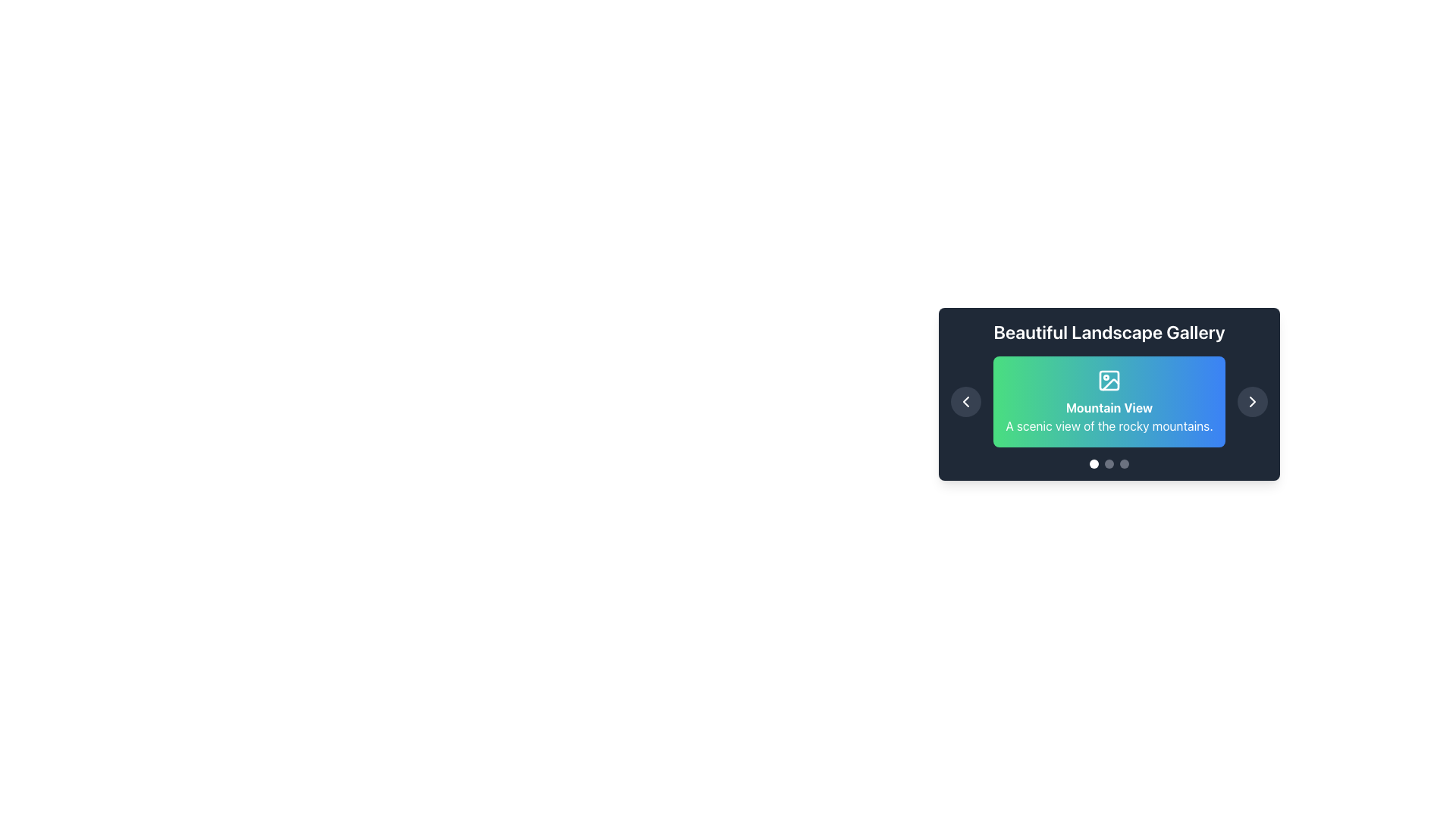 The height and width of the screenshot is (819, 1456). Describe the element at coordinates (1109, 406) in the screenshot. I see `text label displaying 'Mountain View' which is bold and centered above the description text in a gradient background panel` at that location.